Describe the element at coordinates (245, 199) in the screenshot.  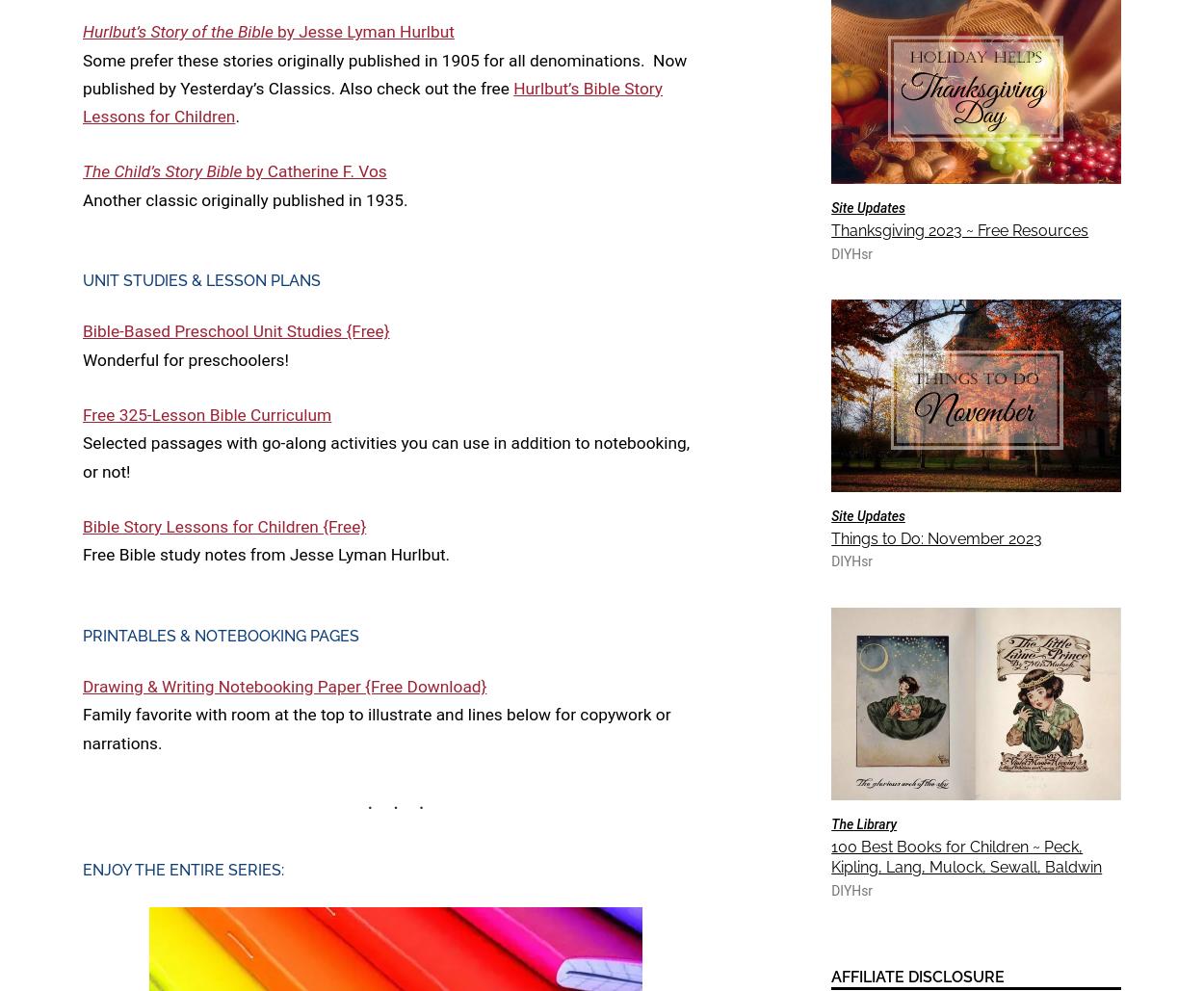
I see `'Another classic originally published in 1935.'` at that location.